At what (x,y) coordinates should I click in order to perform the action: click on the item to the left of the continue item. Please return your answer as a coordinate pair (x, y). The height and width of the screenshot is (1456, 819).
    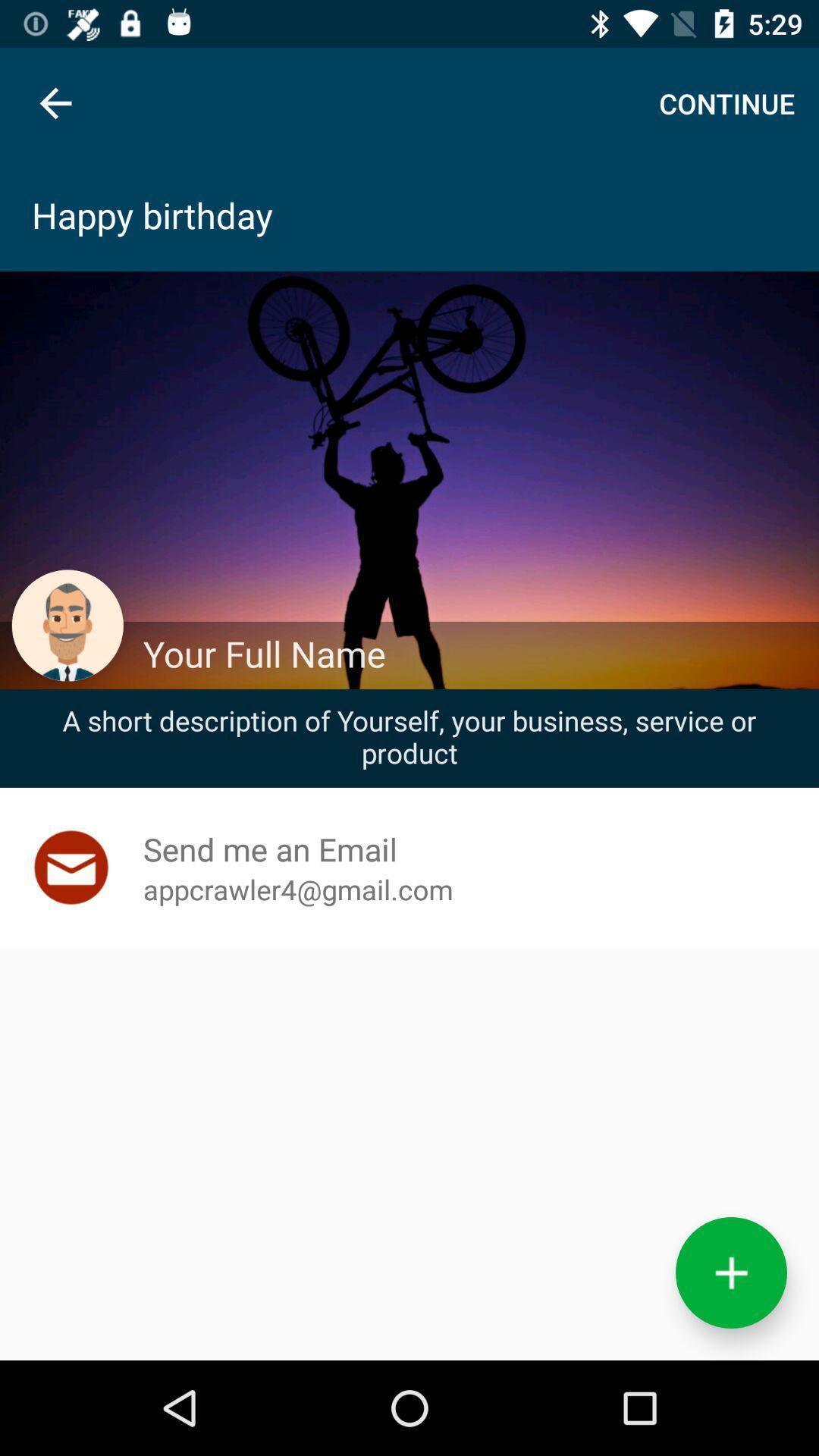
    Looking at the image, I should click on (55, 102).